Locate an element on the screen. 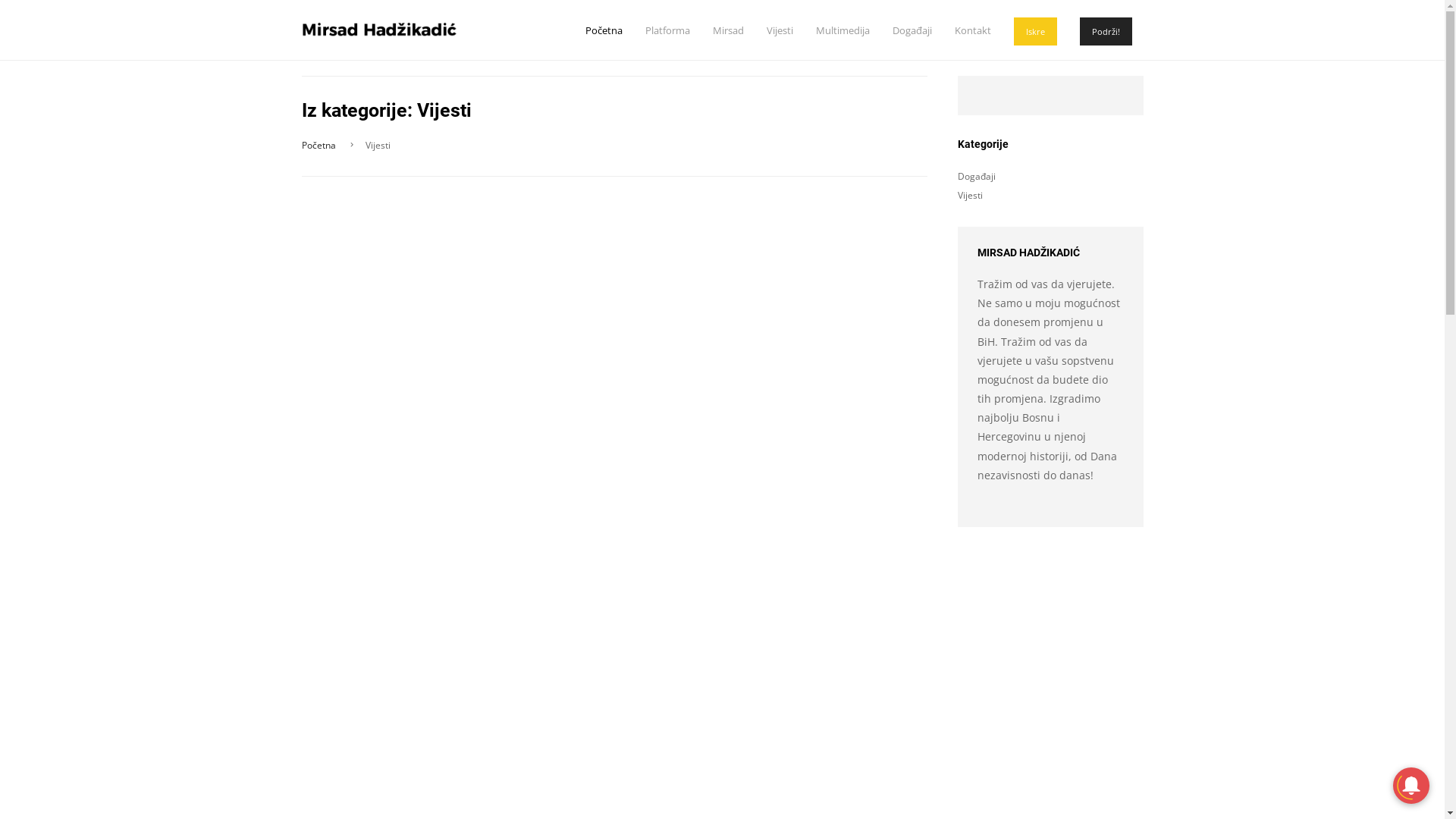  'Vijesti' is located at coordinates (968, 194).